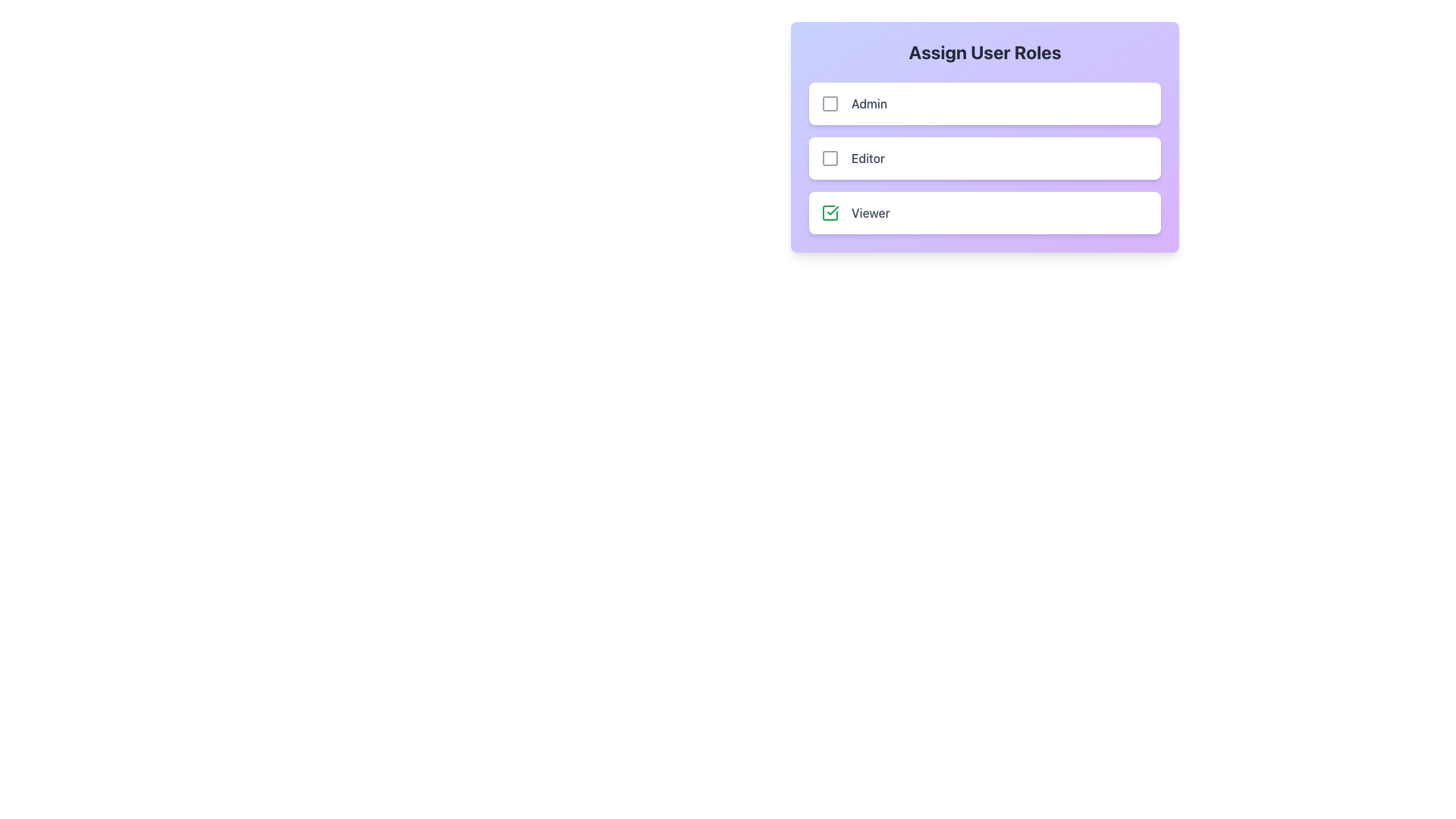 This screenshot has width=1456, height=819. I want to click on properties of the 'Editor' role checkbox located in the second position of a vertical list, between 'Admin' and 'Viewer', on a violet background, so click(985, 158).